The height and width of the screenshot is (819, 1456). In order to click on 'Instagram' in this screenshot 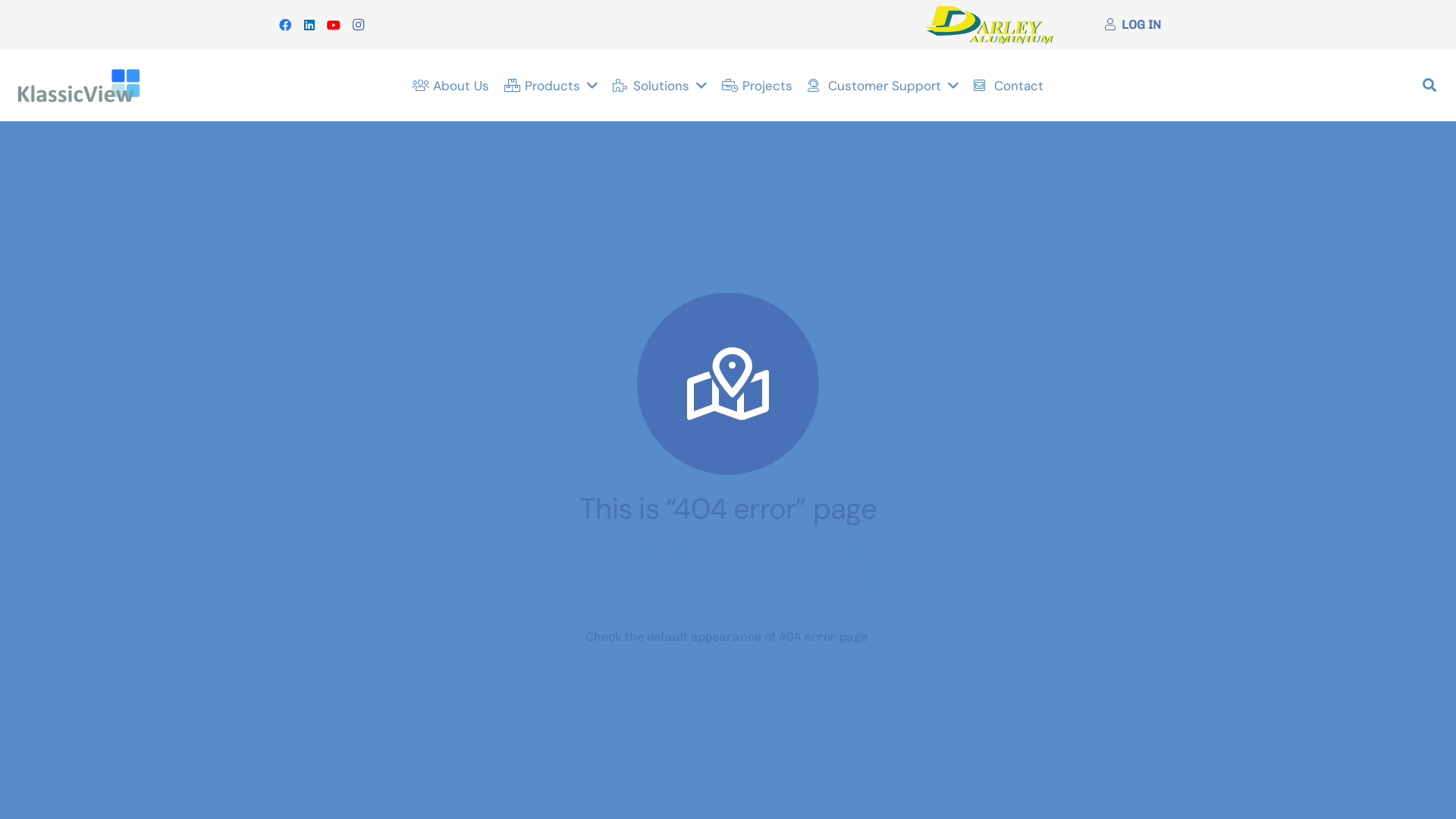, I will do `click(345, 24)`.